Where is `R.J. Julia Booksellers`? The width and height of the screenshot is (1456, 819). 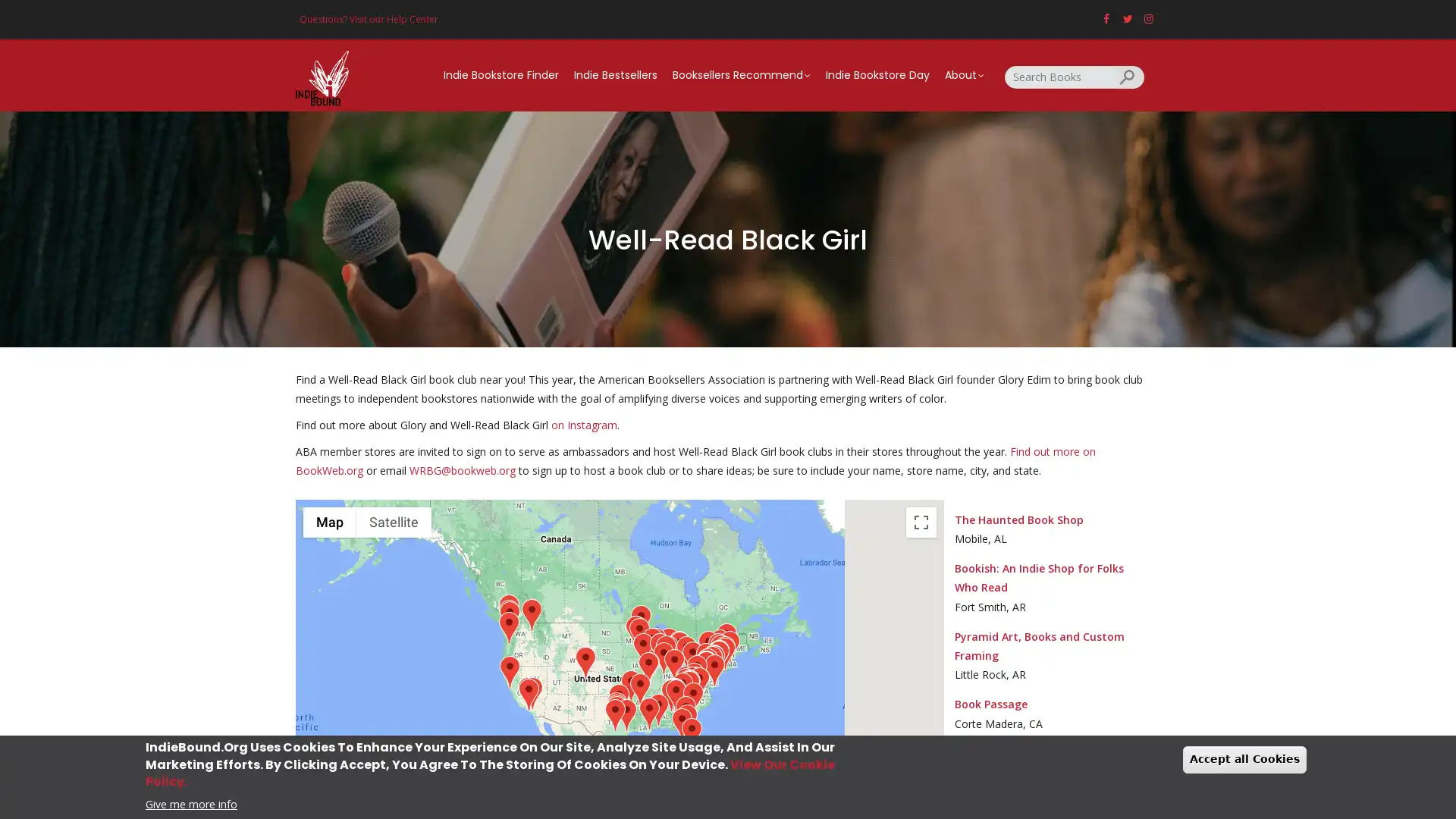 R.J. Julia Booksellers is located at coordinates (723, 652).